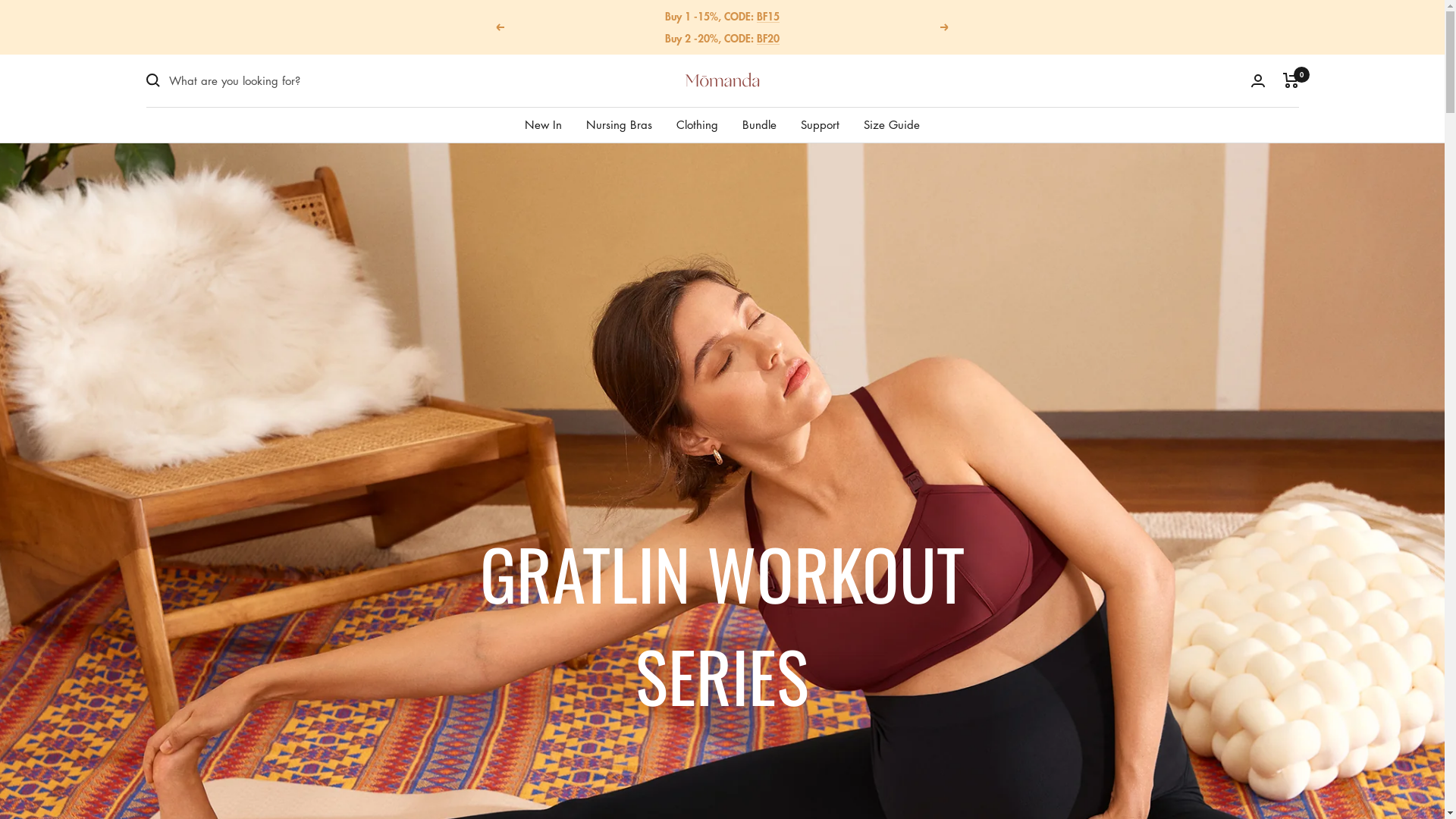  Describe the element at coordinates (499, 26) in the screenshot. I see `'Previous'` at that location.